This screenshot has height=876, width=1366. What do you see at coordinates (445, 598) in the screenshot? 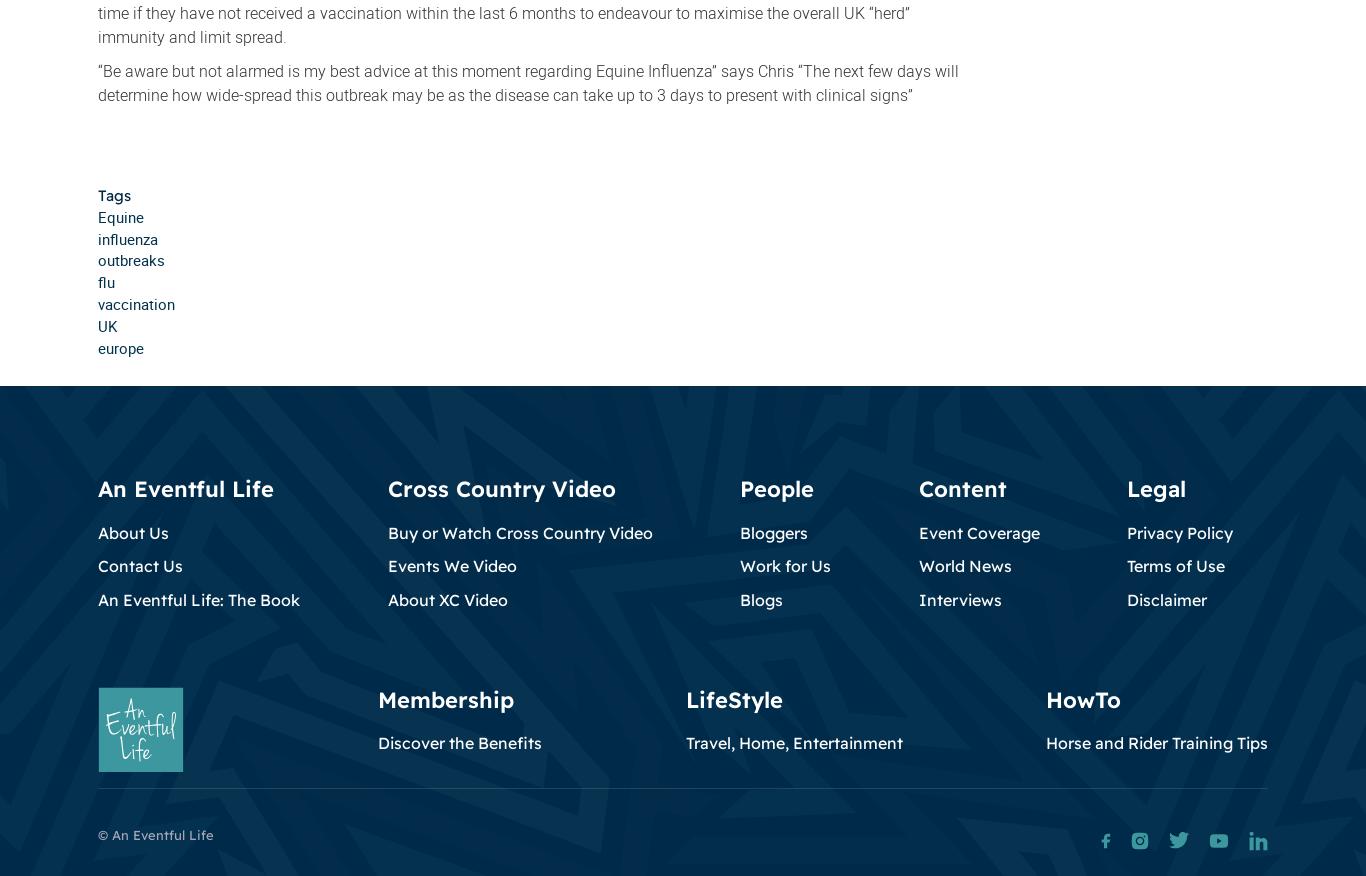
I see `'About XC Video'` at bounding box center [445, 598].